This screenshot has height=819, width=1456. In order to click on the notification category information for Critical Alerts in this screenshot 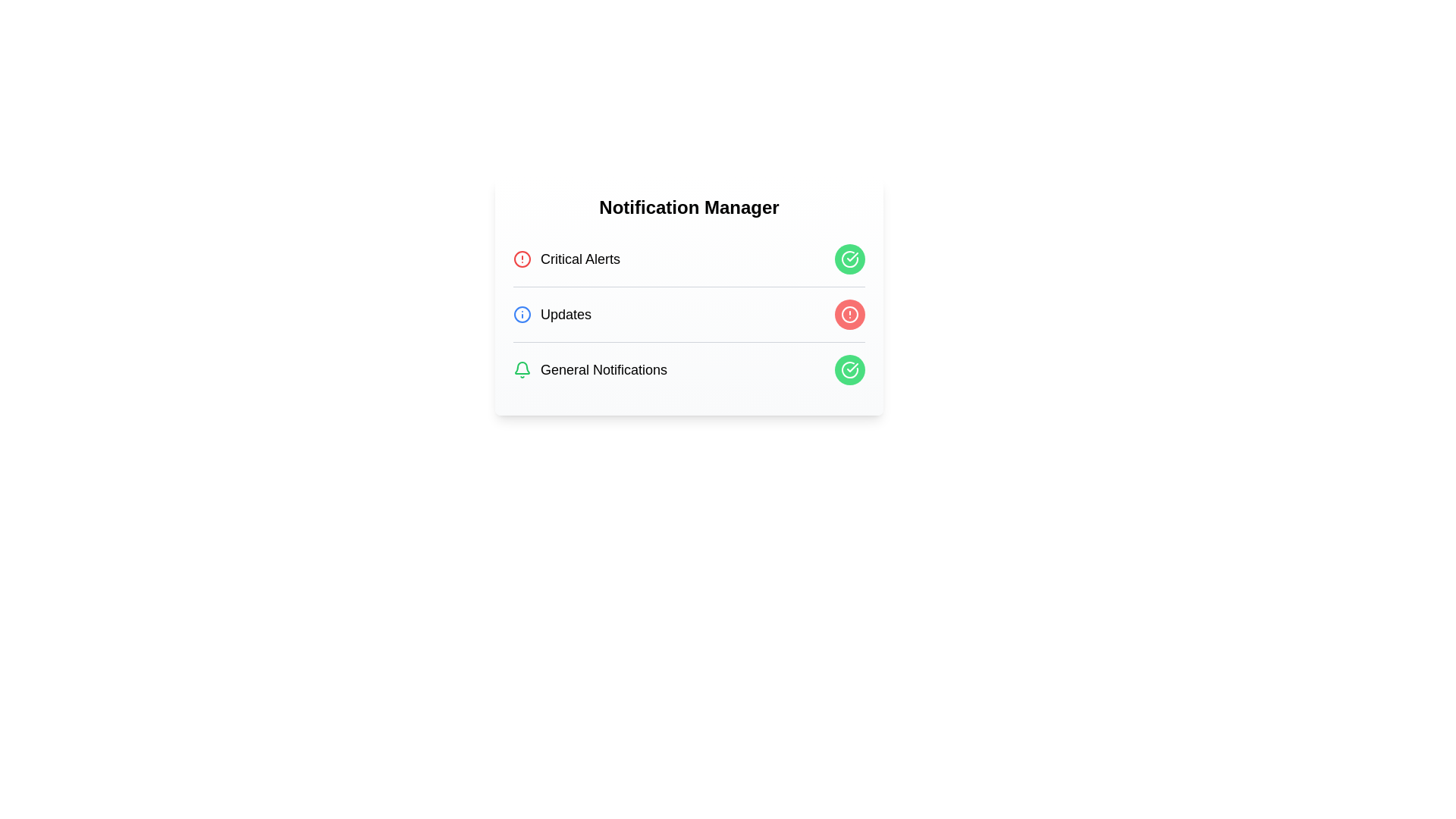, I will do `click(566, 259)`.